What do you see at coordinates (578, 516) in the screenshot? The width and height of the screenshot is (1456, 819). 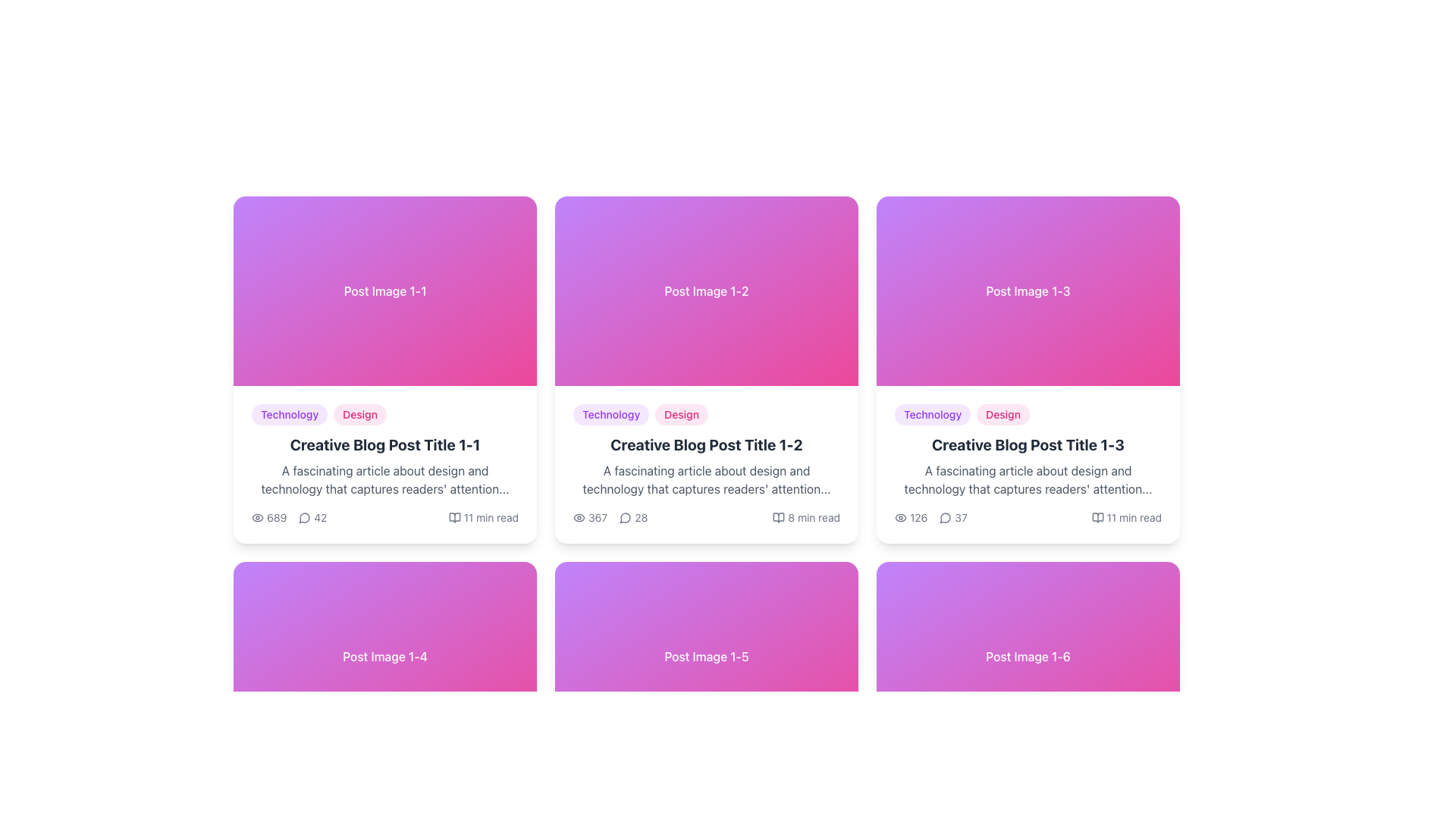 I see `the eye icon, which is styled with a circular border and simple strokes indicating an open eye, located on the second card in the top row, to the left of the numerical count '367'` at bounding box center [578, 516].